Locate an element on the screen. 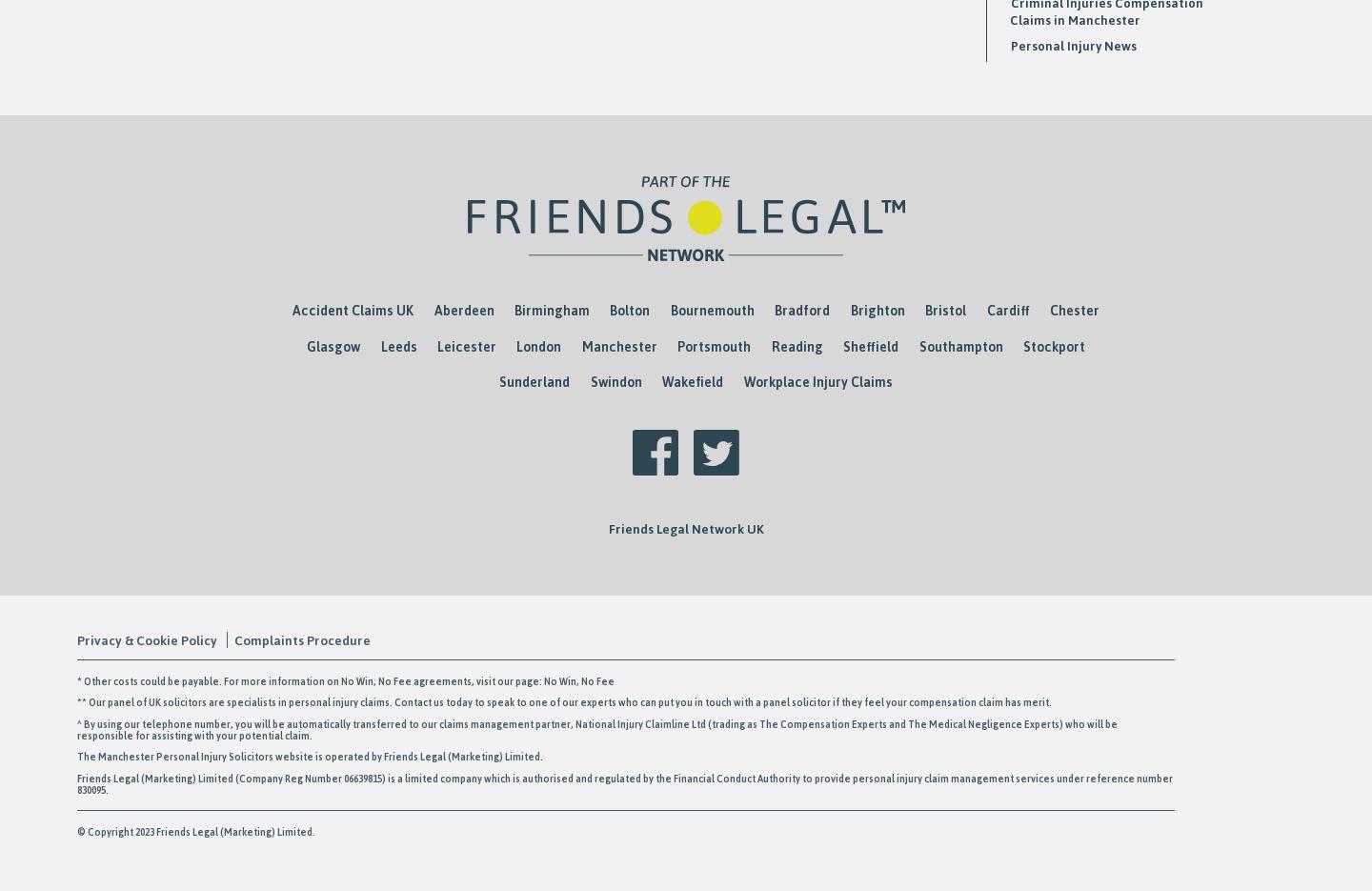 The image size is (1372, 891). 'London' is located at coordinates (538, 344).